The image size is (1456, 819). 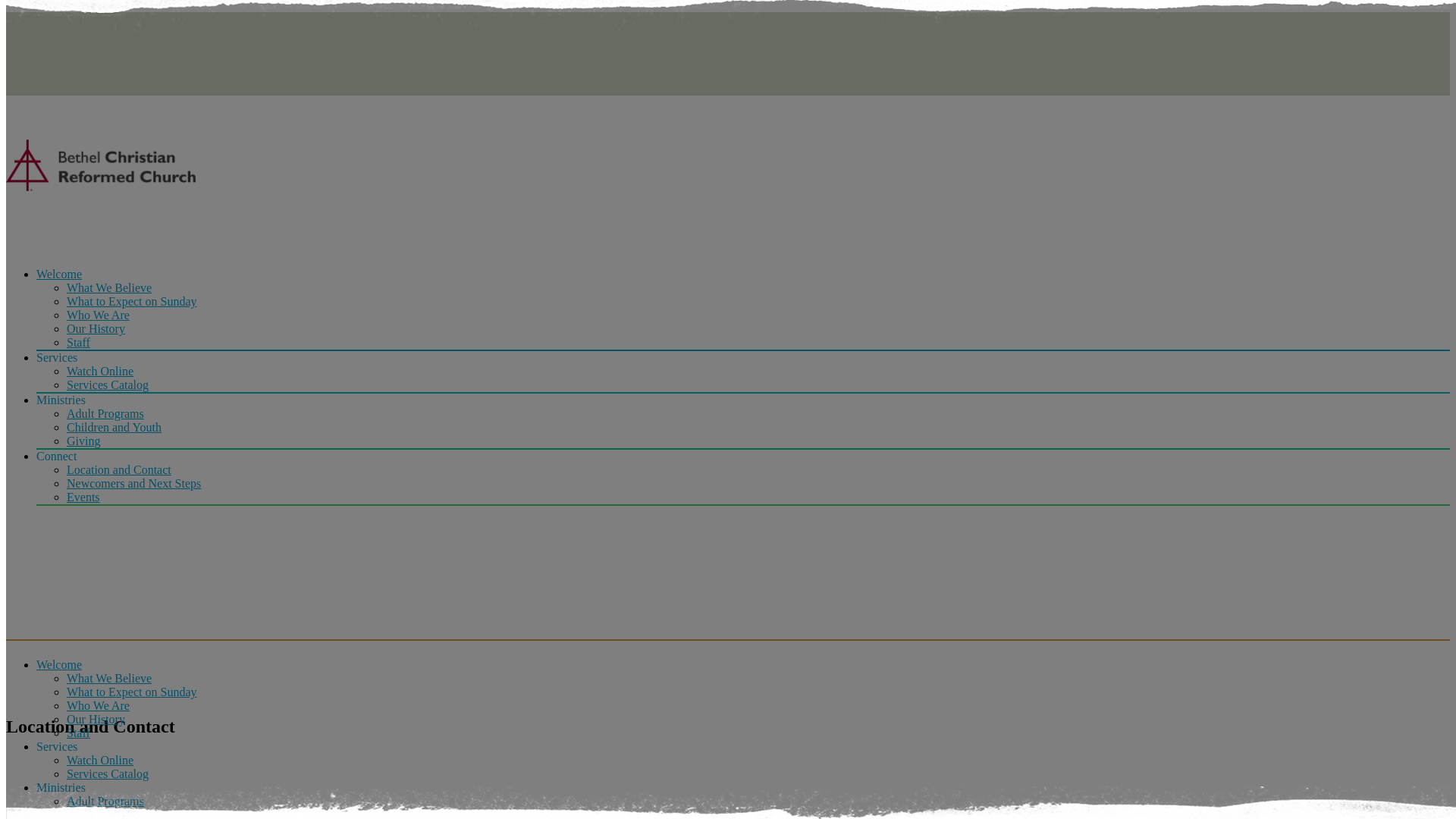 What do you see at coordinates (77, 732) in the screenshot?
I see `'Staff'` at bounding box center [77, 732].